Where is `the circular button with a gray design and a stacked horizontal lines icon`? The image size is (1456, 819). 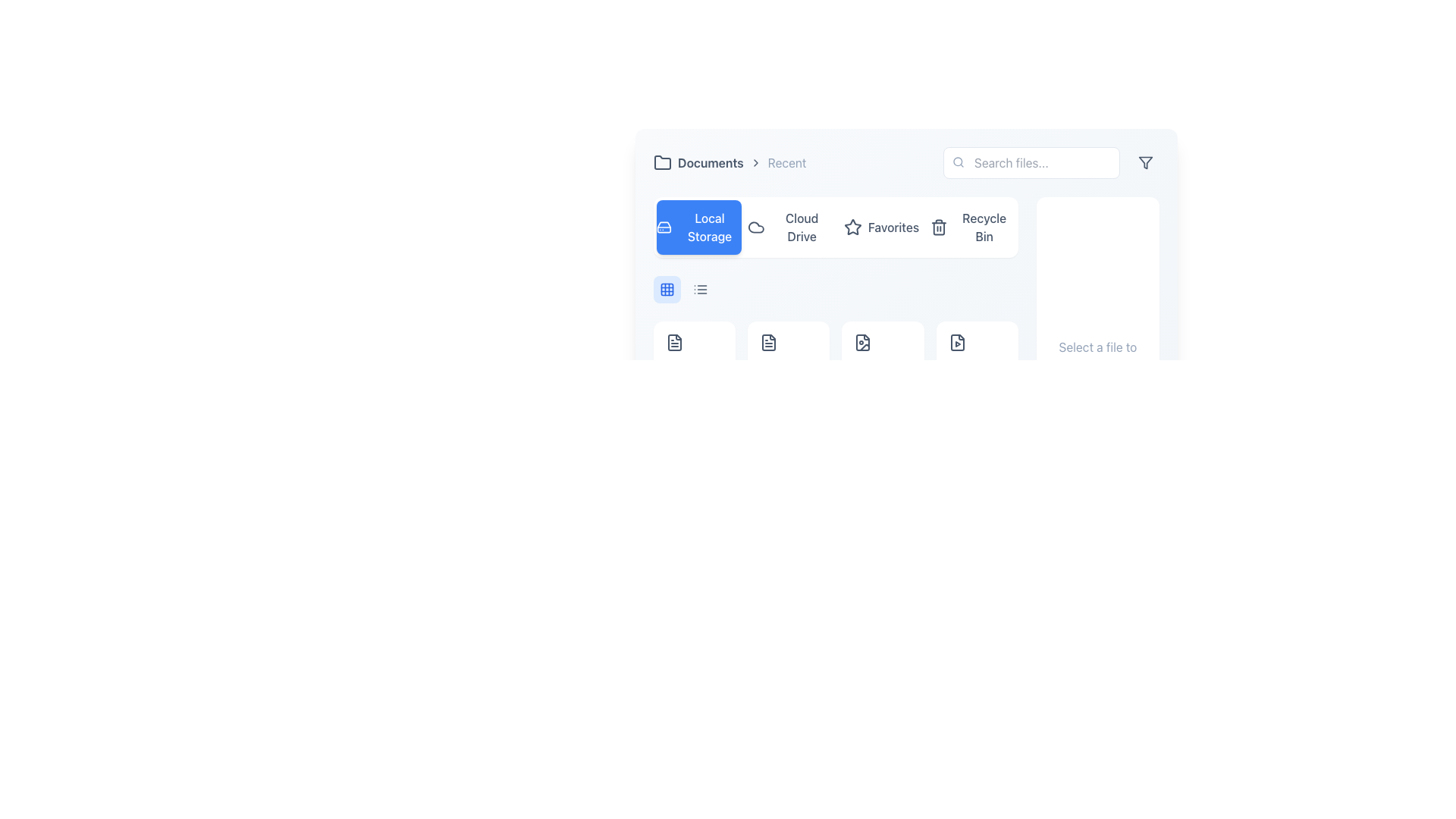 the circular button with a gray design and a stacked horizontal lines icon is located at coordinates (700, 289).